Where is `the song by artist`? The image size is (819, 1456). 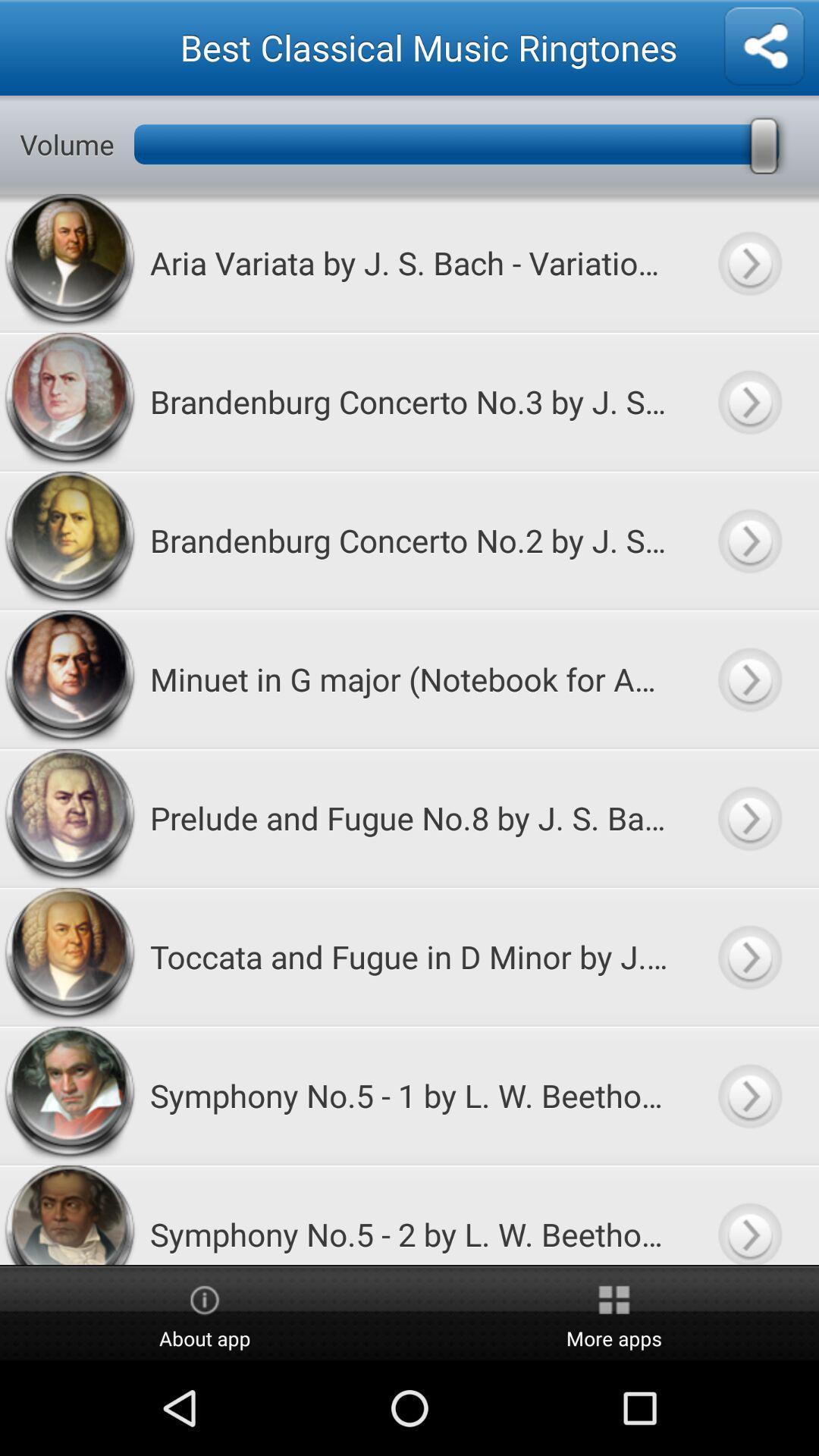 the song by artist is located at coordinates (748, 955).